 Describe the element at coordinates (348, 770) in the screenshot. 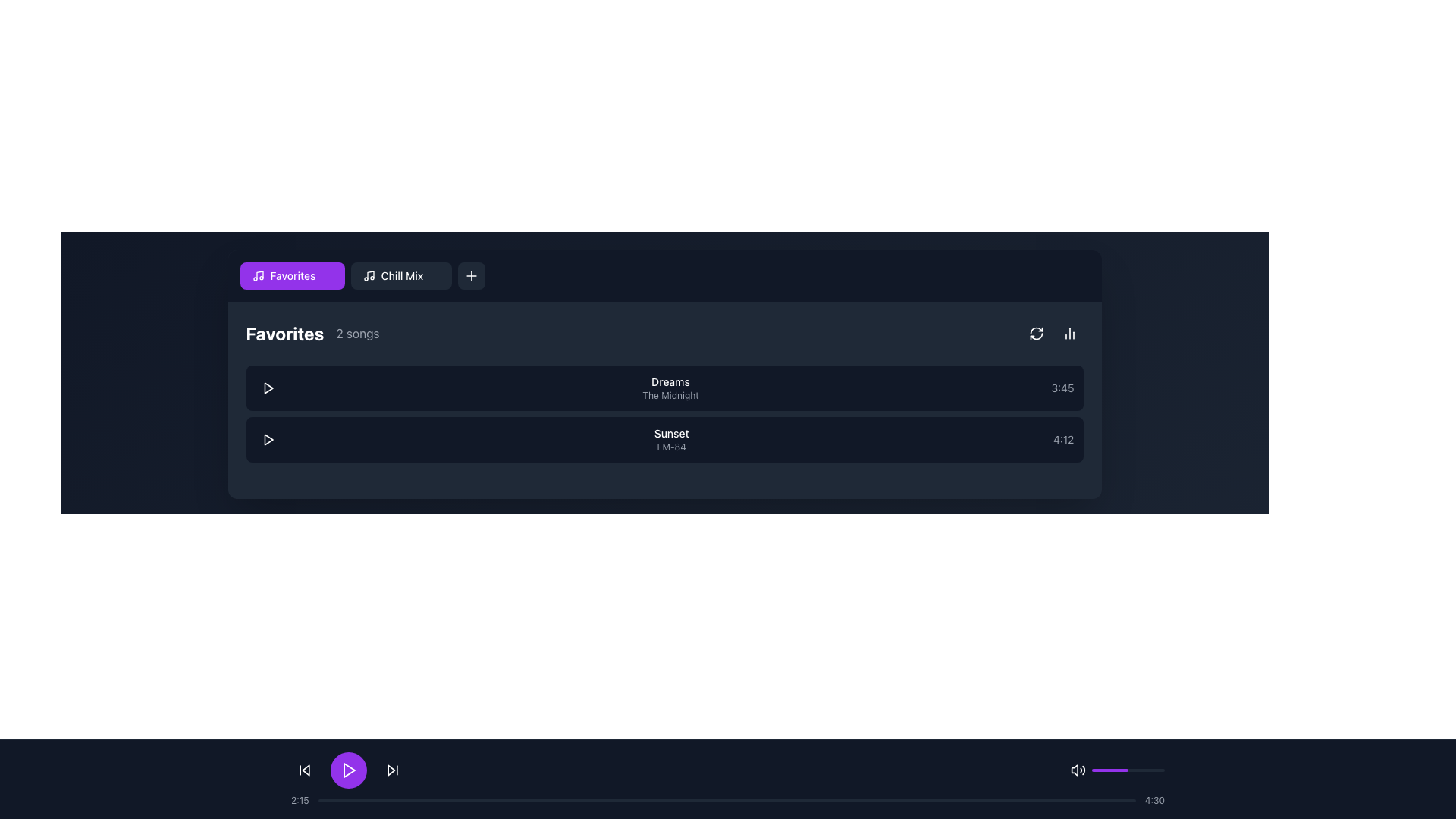

I see `the media playback button located at the center of the bottom control bar` at that location.